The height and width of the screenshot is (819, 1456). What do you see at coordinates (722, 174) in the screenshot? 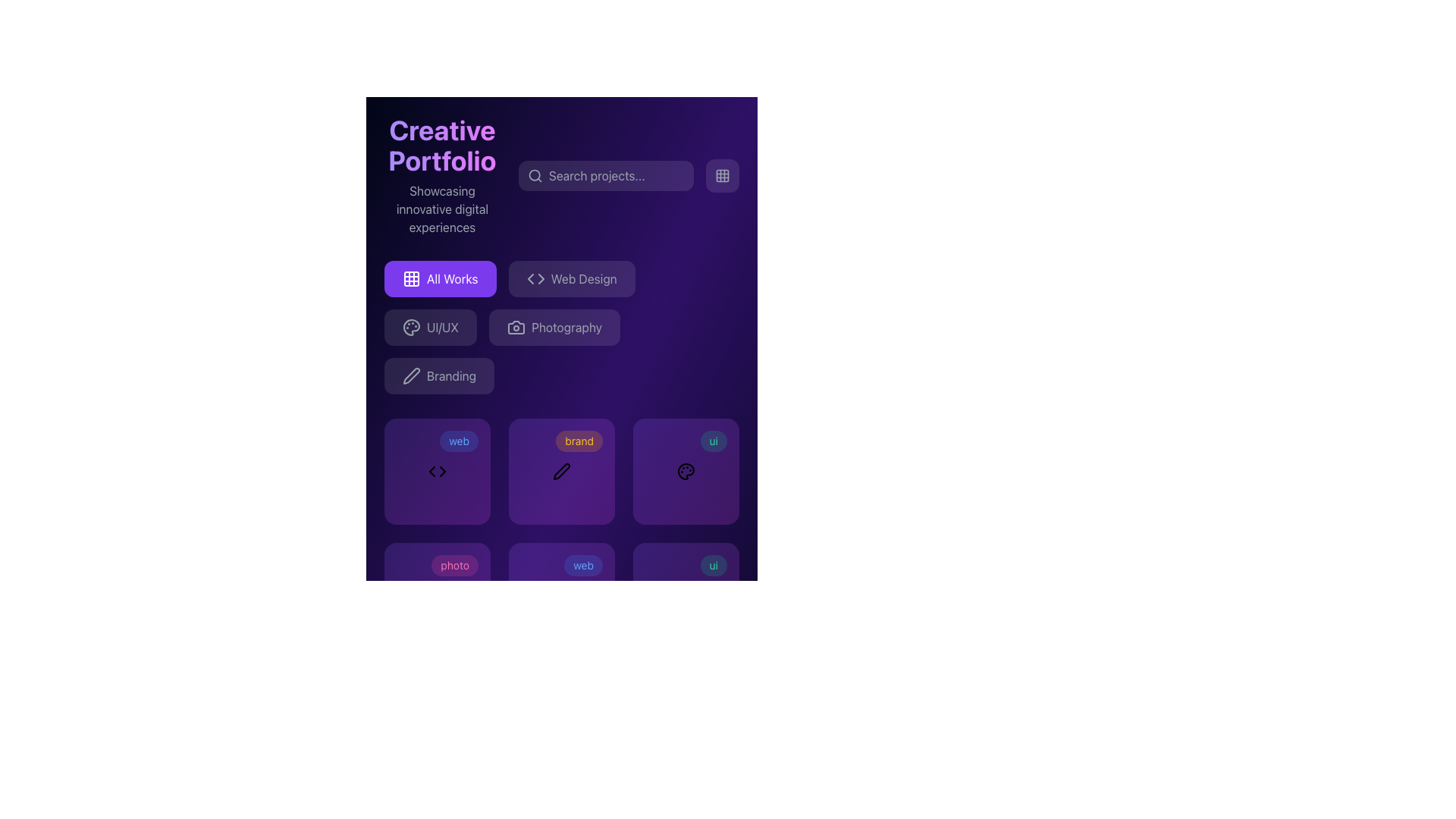
I see `the central square graphical icon element in the top-right of the interface` at bounding box center [722, 174].